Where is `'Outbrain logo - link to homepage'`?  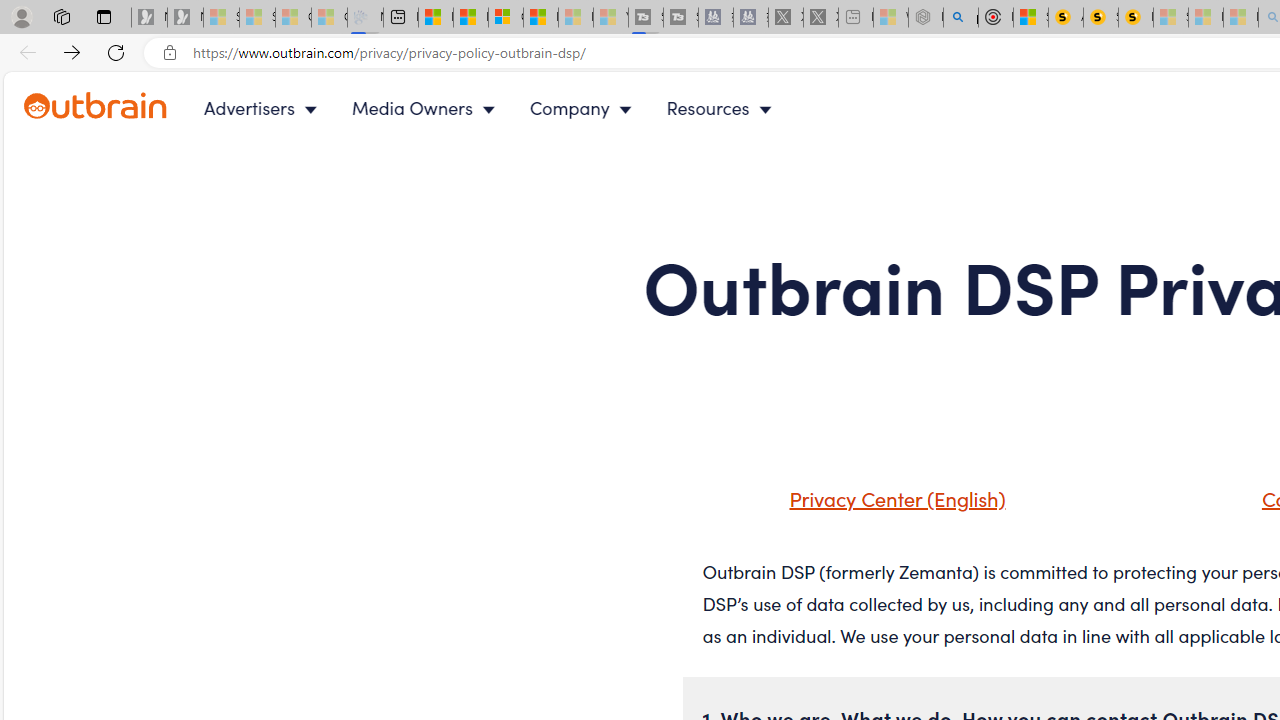 'Outbrain logo - link to homepage' is located at coordinates (95, 106).